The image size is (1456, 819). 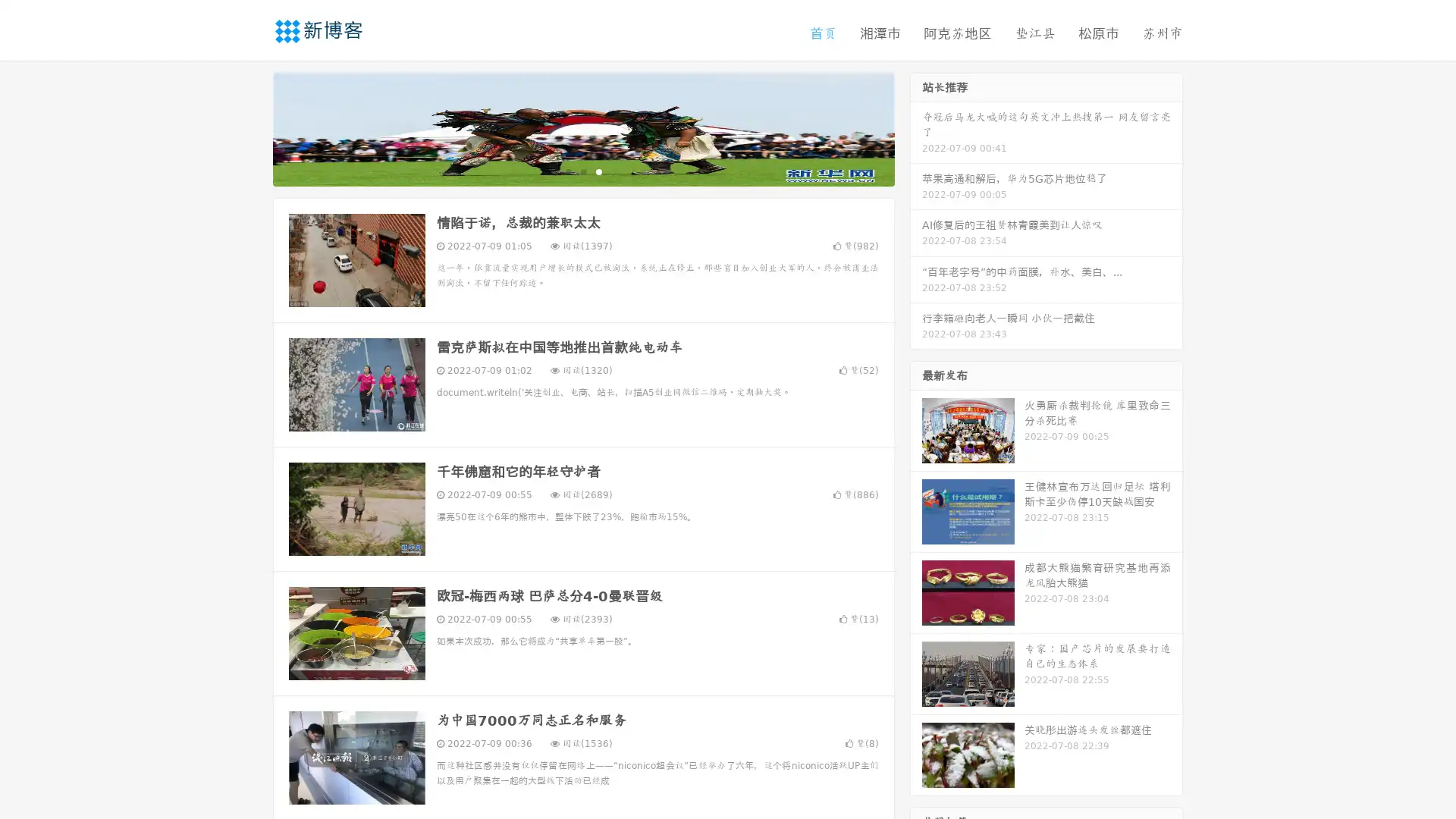 I want to click on Go to slide 1, so click(x=567, y=171).